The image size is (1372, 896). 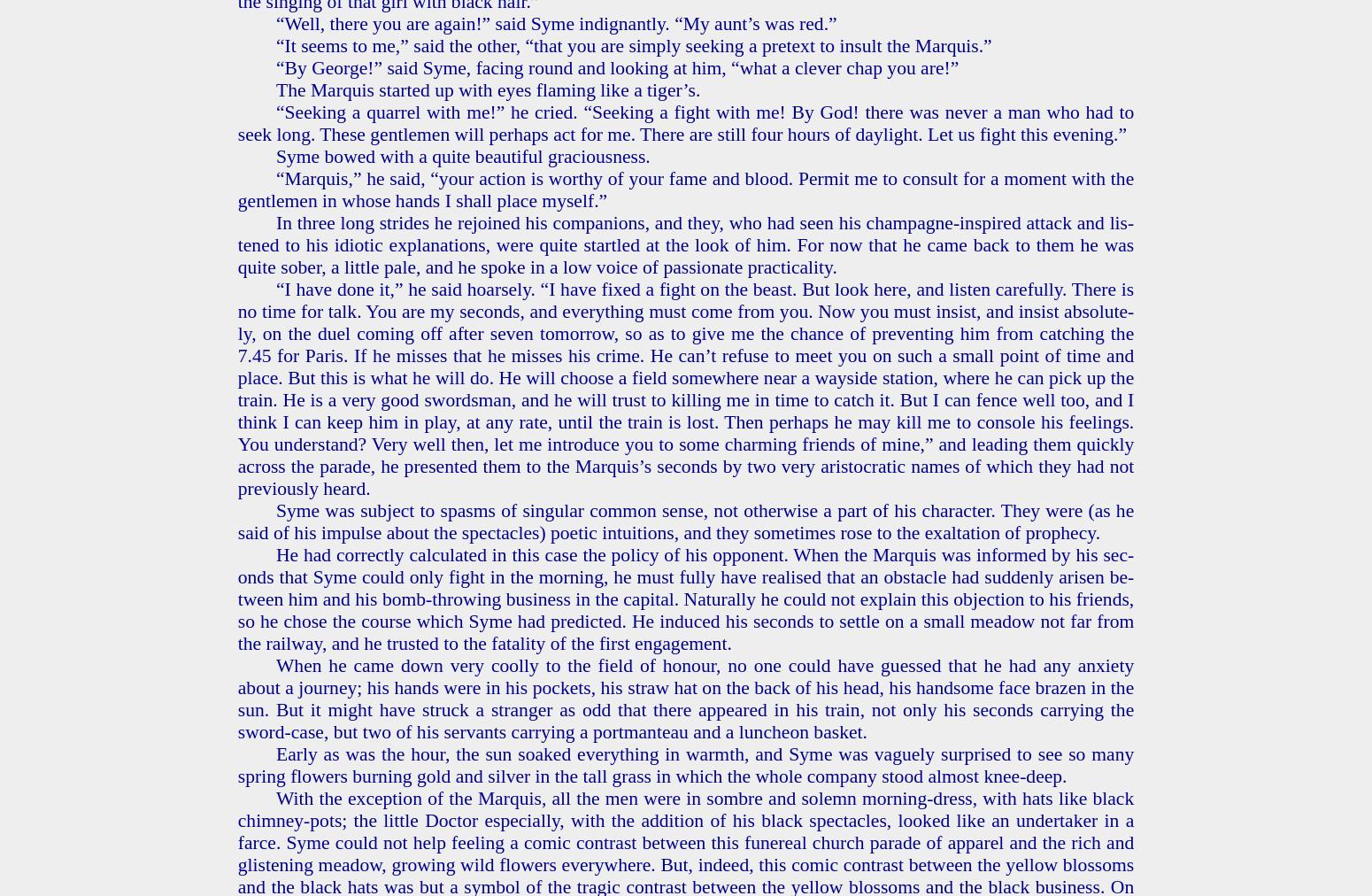 I want to click on 'Syme bowed with a quite beau­ti­ful gra­cious­ness.', so click(x=461, y=155).